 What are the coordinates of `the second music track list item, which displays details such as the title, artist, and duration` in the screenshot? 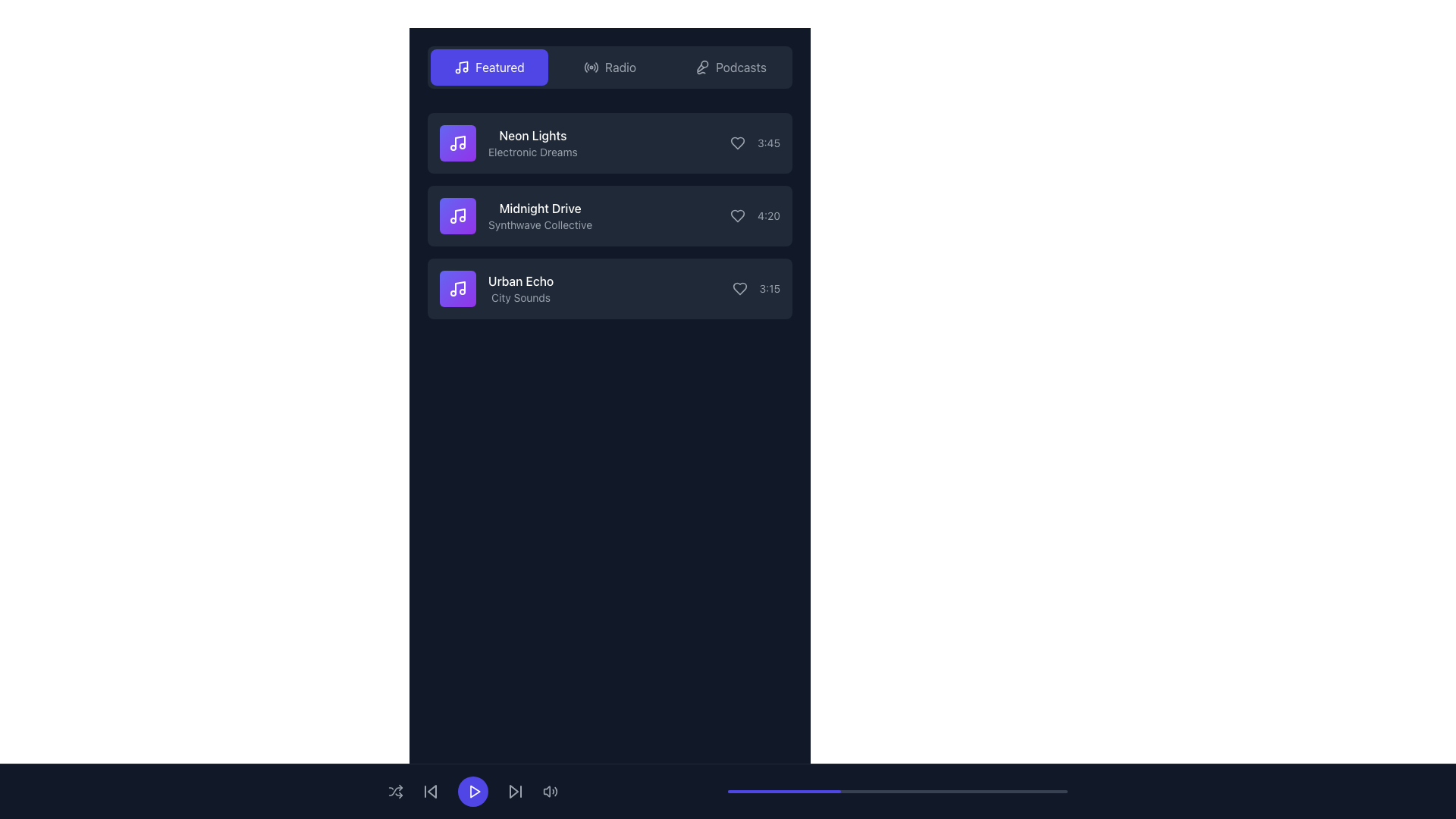 It's located at (610, 216).